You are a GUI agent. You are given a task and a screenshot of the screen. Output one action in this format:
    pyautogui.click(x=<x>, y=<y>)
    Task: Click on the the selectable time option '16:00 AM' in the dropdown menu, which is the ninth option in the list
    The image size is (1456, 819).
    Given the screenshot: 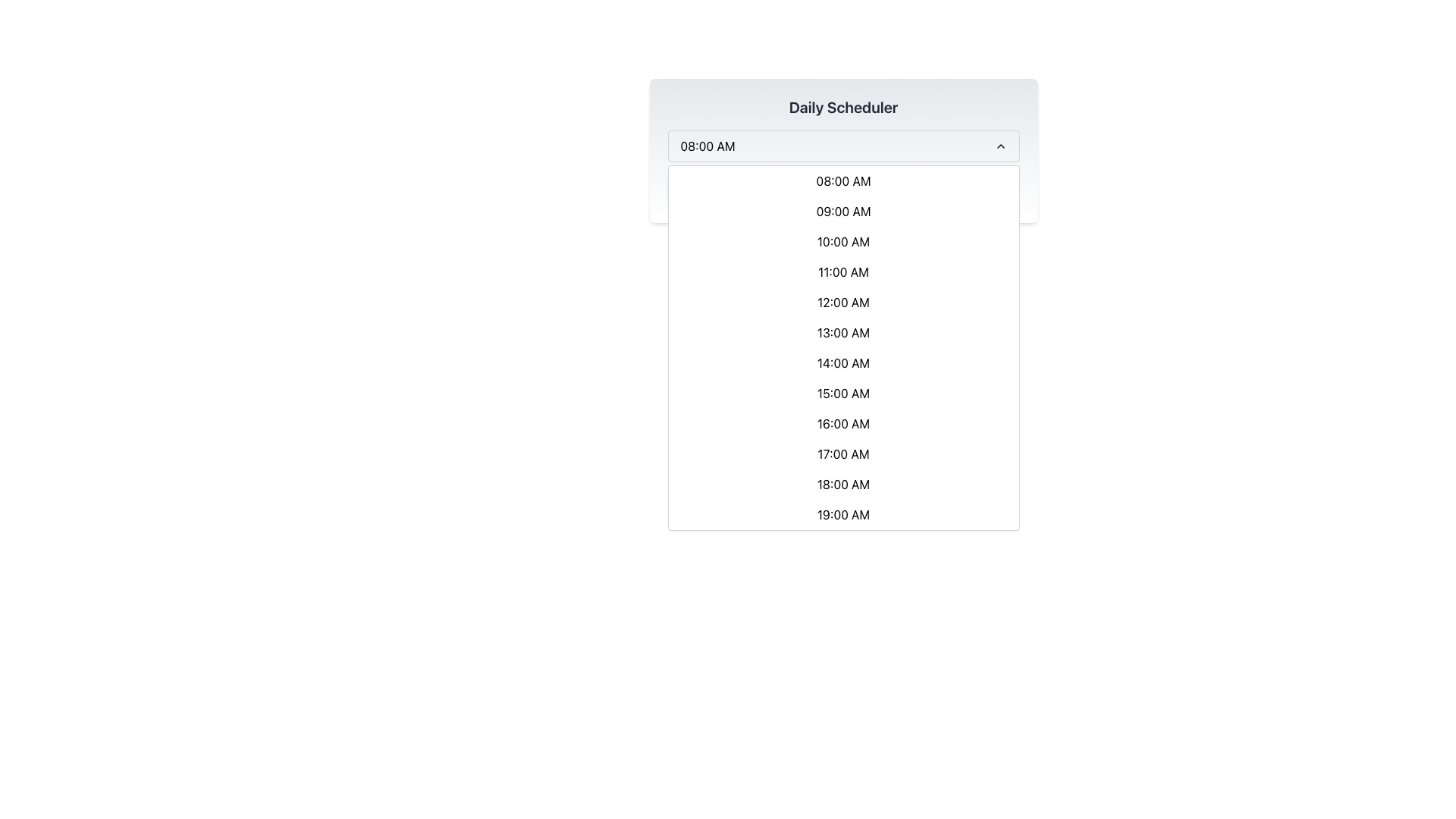 What is the action you would take?
    pyautogui.click(x=843, y=424)
    